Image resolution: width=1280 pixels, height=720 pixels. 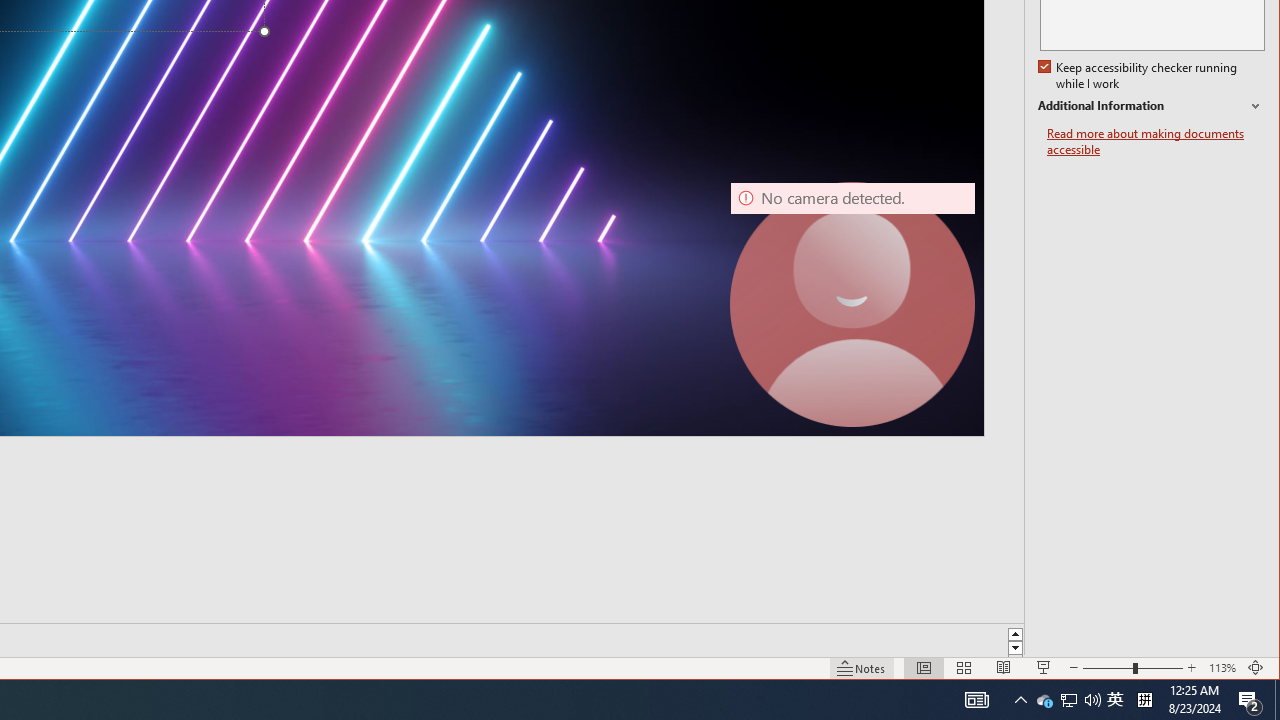 I want to click on 'Zoom 113%', so click(x=1221, y=668).